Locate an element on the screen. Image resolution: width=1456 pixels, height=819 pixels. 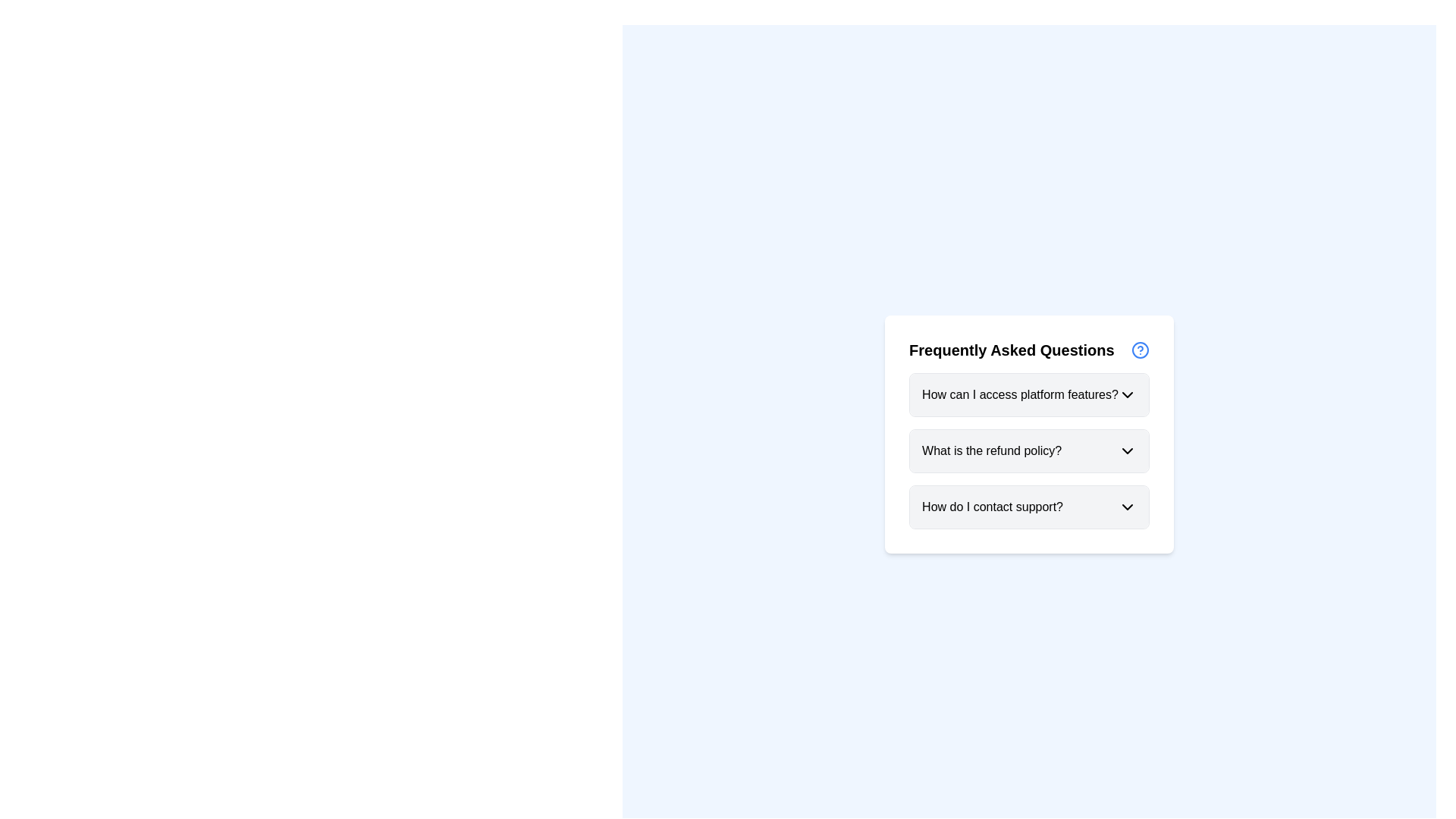
the icon located on the right side of the 'What is the refund policy?' section is located at coordinates (1127, 450).